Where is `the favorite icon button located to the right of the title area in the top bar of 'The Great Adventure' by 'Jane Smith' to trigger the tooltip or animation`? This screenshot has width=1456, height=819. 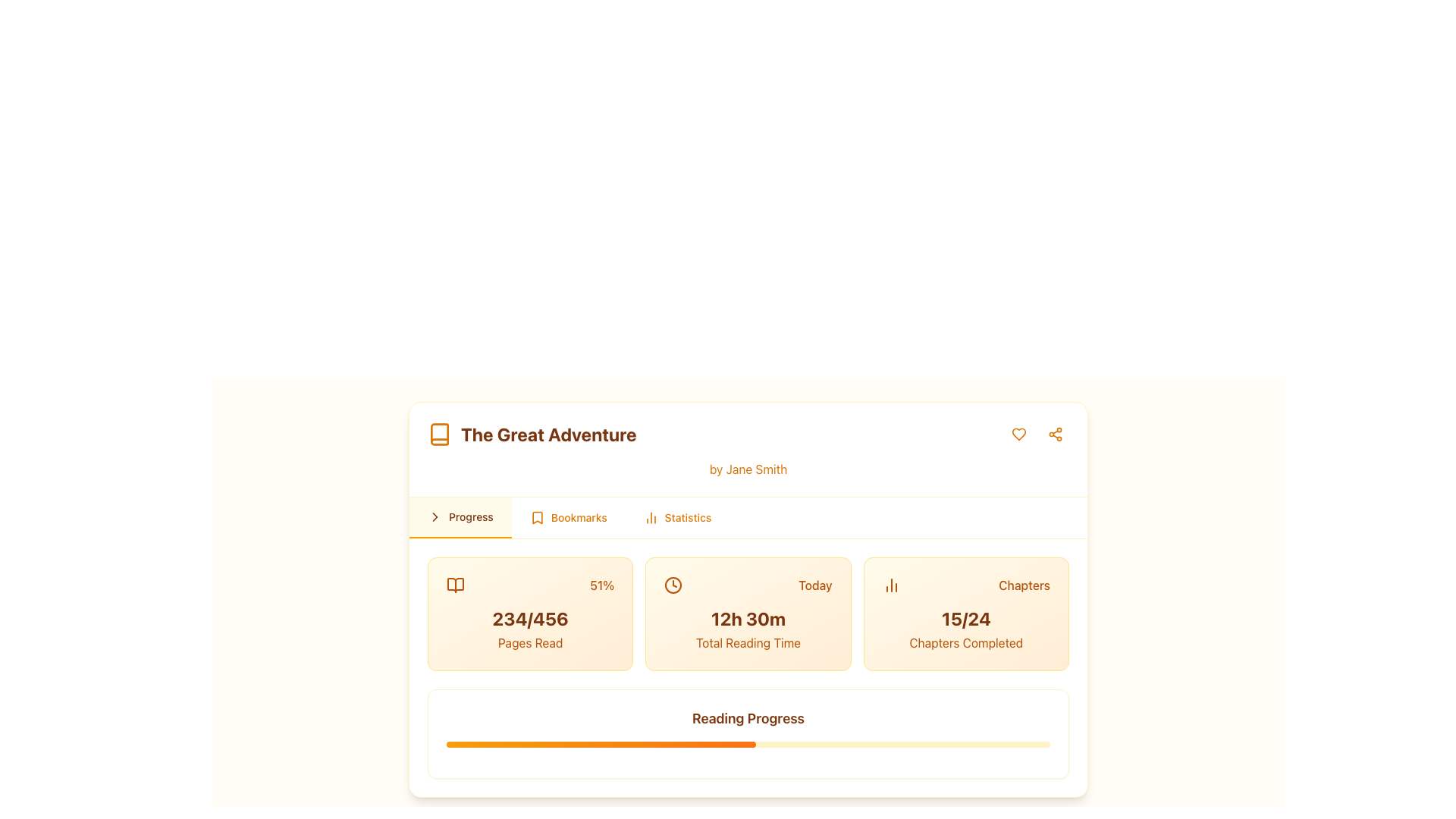 the favorite icon button located to the right of the title area in the top bar of 'The Great Adventure' by 'Jane Smith' to trigger the tooltip or animation is located at coordinates (1019, 435).